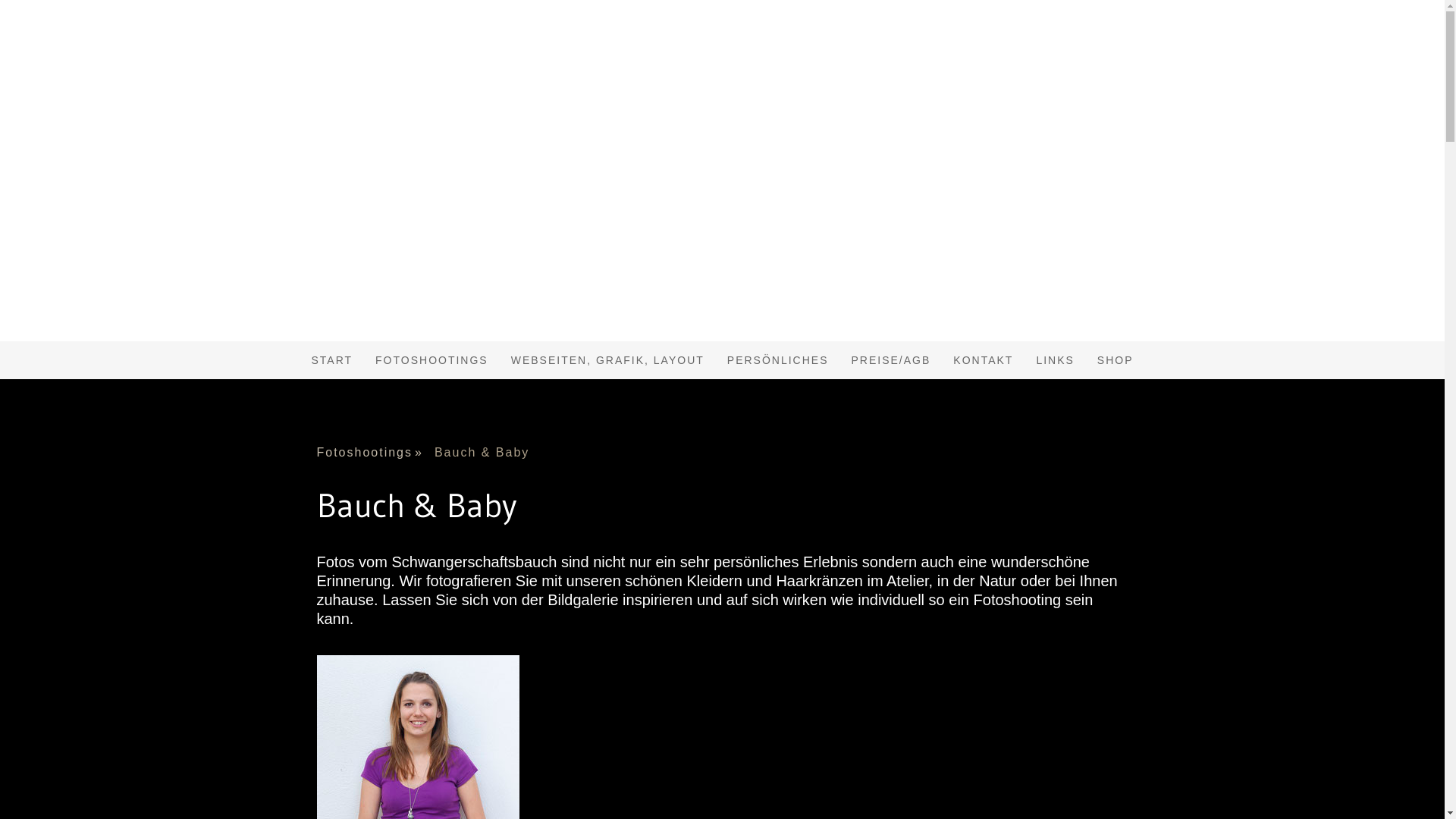 This screenshot has height=819, width=1456. What do you see at coordinates (1084, 359) in the screenshot?
I see `'SHOP'` at bounding box center [1084, 359].